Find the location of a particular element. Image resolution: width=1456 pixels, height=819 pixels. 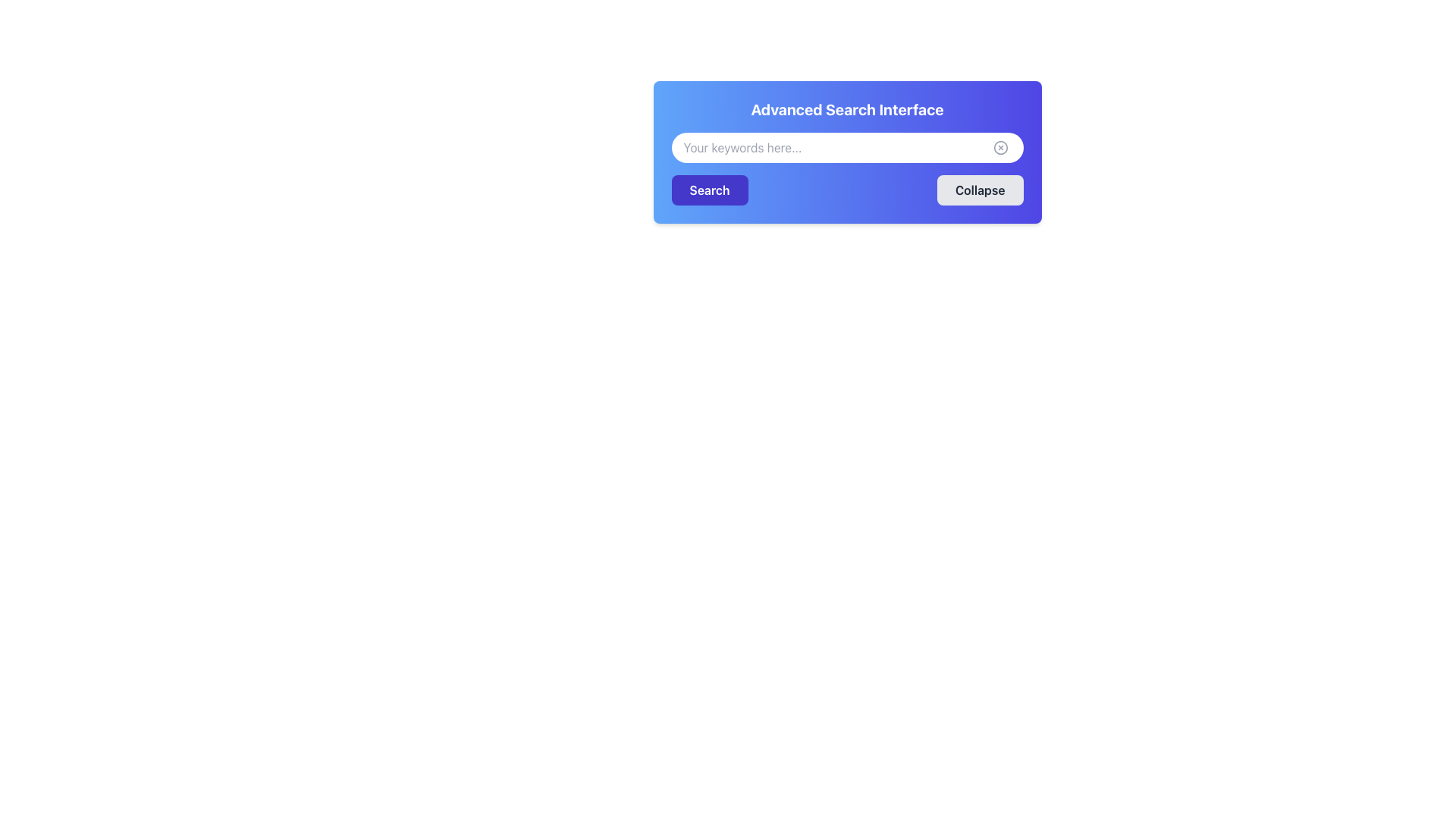

the 'Search' button, which is a rounded rectangular button with a purple background and white bold text, located in the lower left section of a card interface is located at coordinates (709, 189).